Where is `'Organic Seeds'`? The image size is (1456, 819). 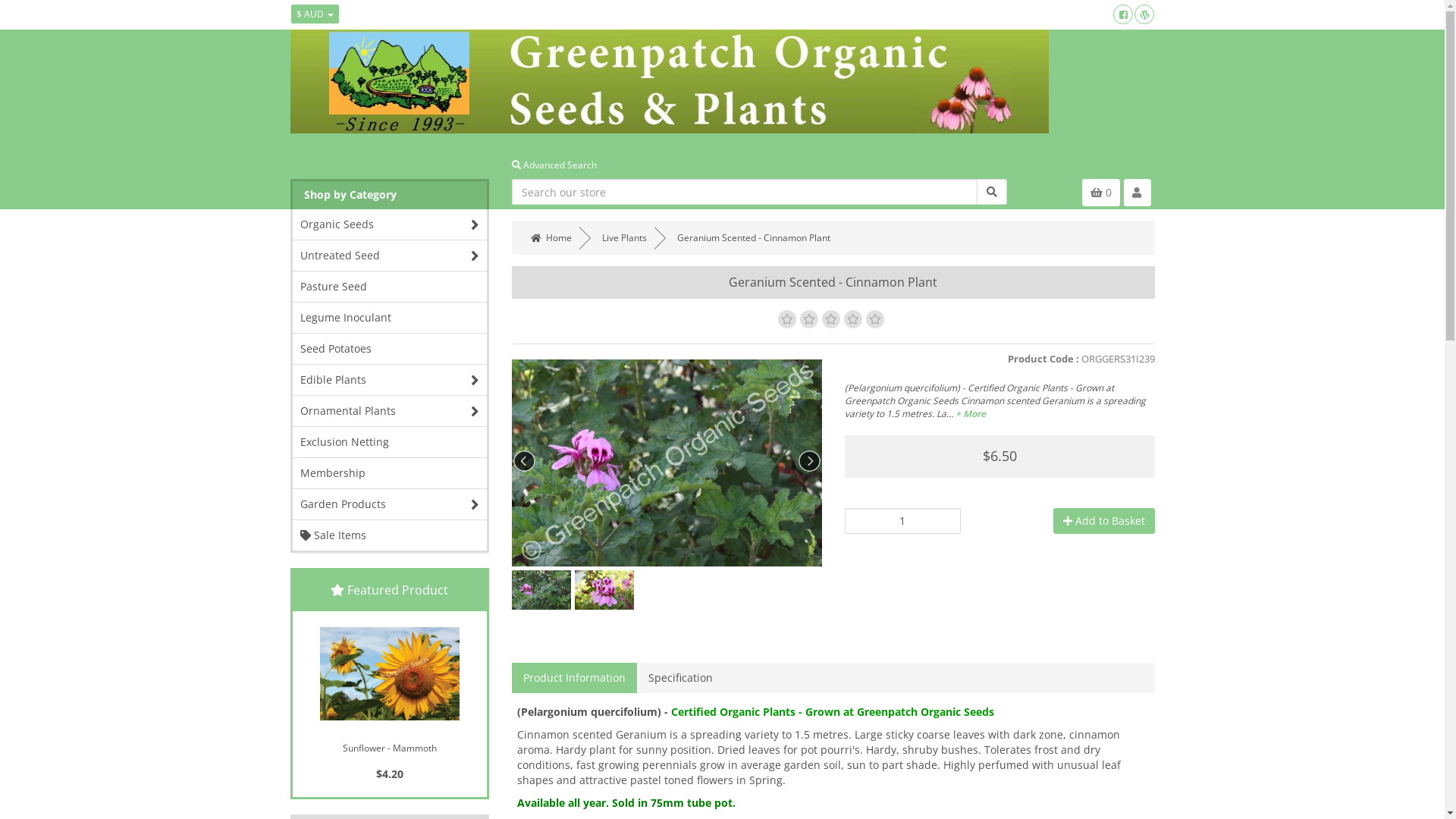 'Organic Seeds' is located at coordinates (390, 224).